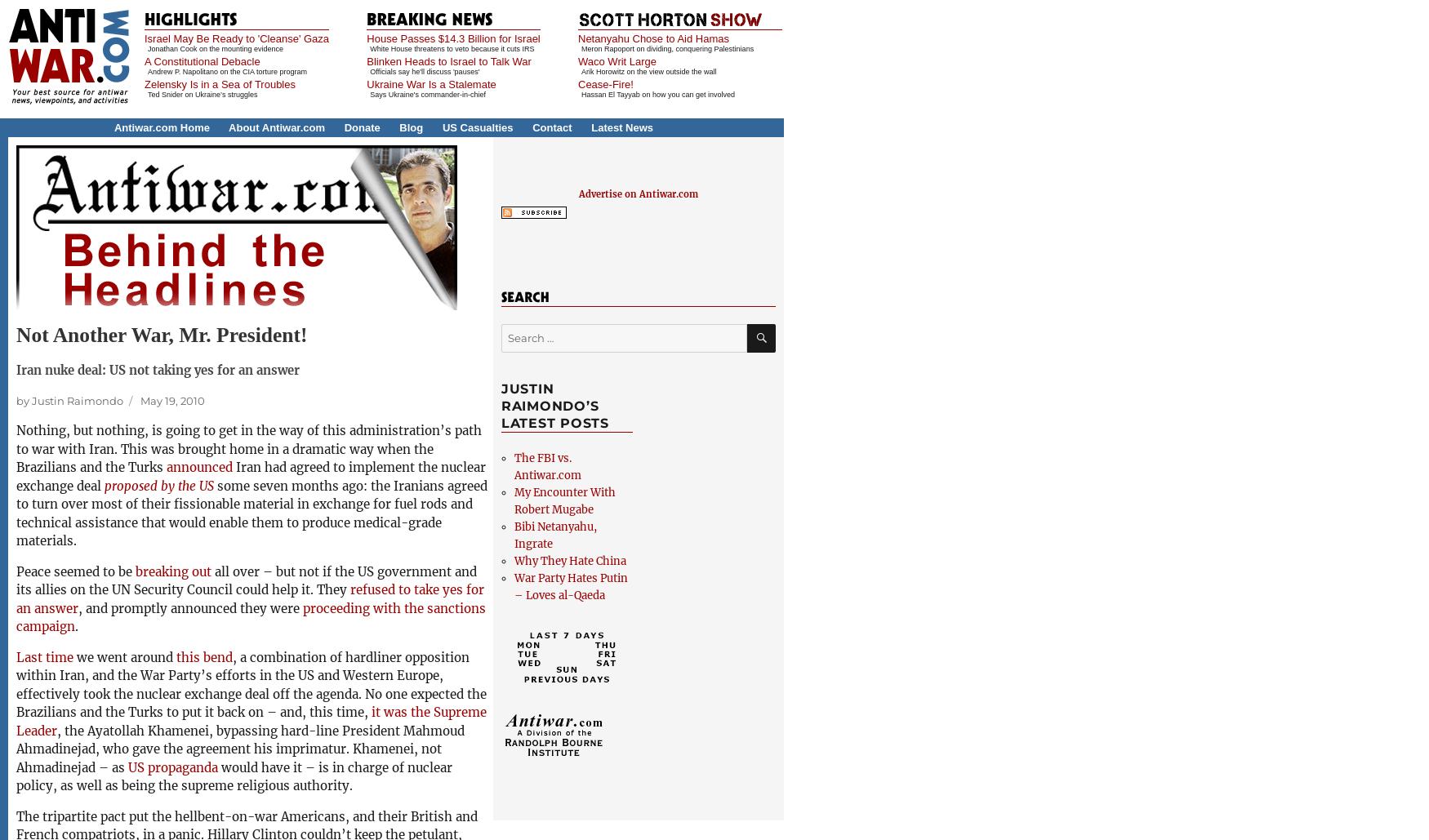 The height and width of the screenshot is (840, 1429). I want to click on 'The FBI vs. Antiwar.com', so click(546, 464).